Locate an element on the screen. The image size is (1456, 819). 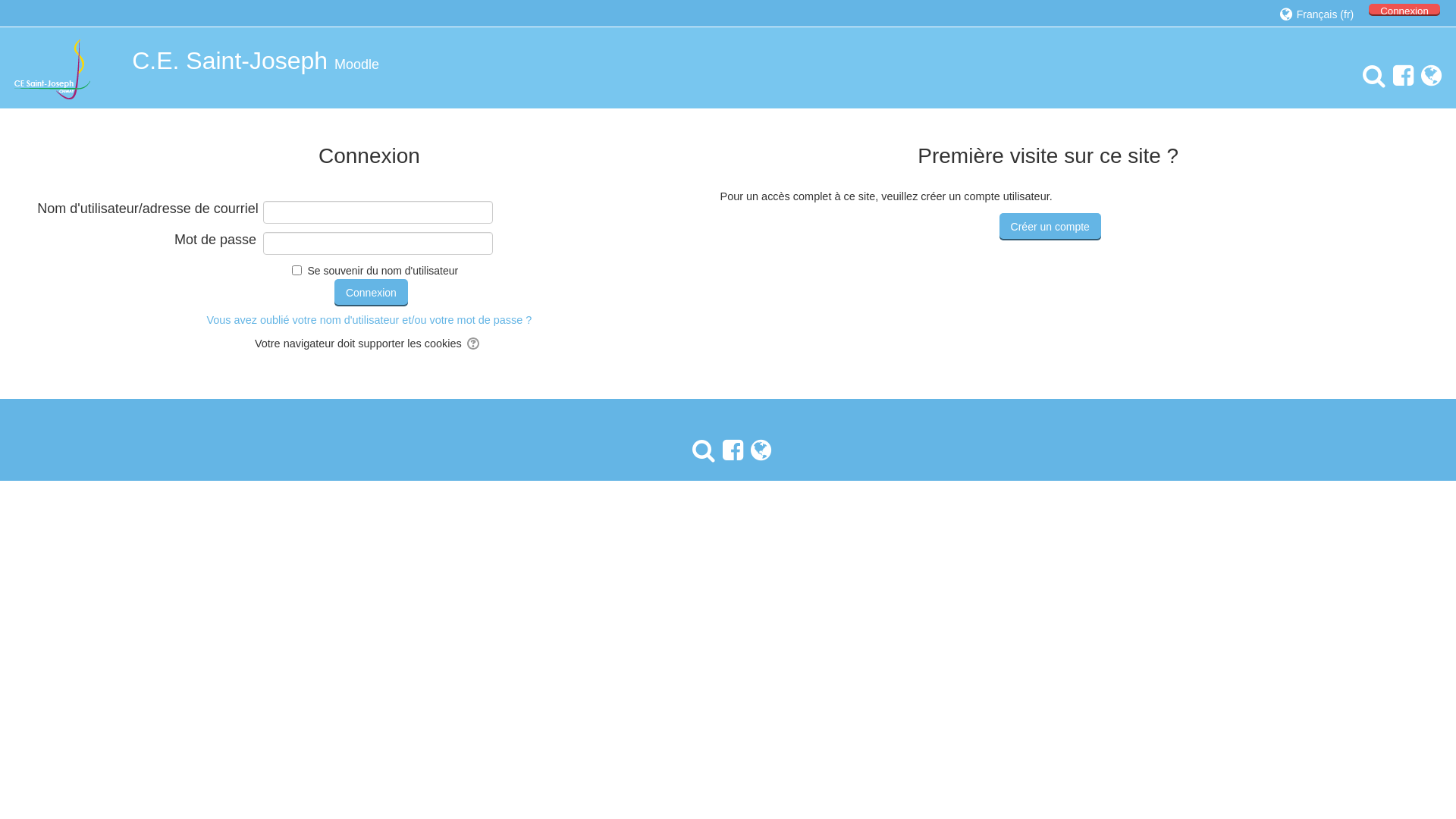
'Connexion' is located at coordinates (1404, 9).